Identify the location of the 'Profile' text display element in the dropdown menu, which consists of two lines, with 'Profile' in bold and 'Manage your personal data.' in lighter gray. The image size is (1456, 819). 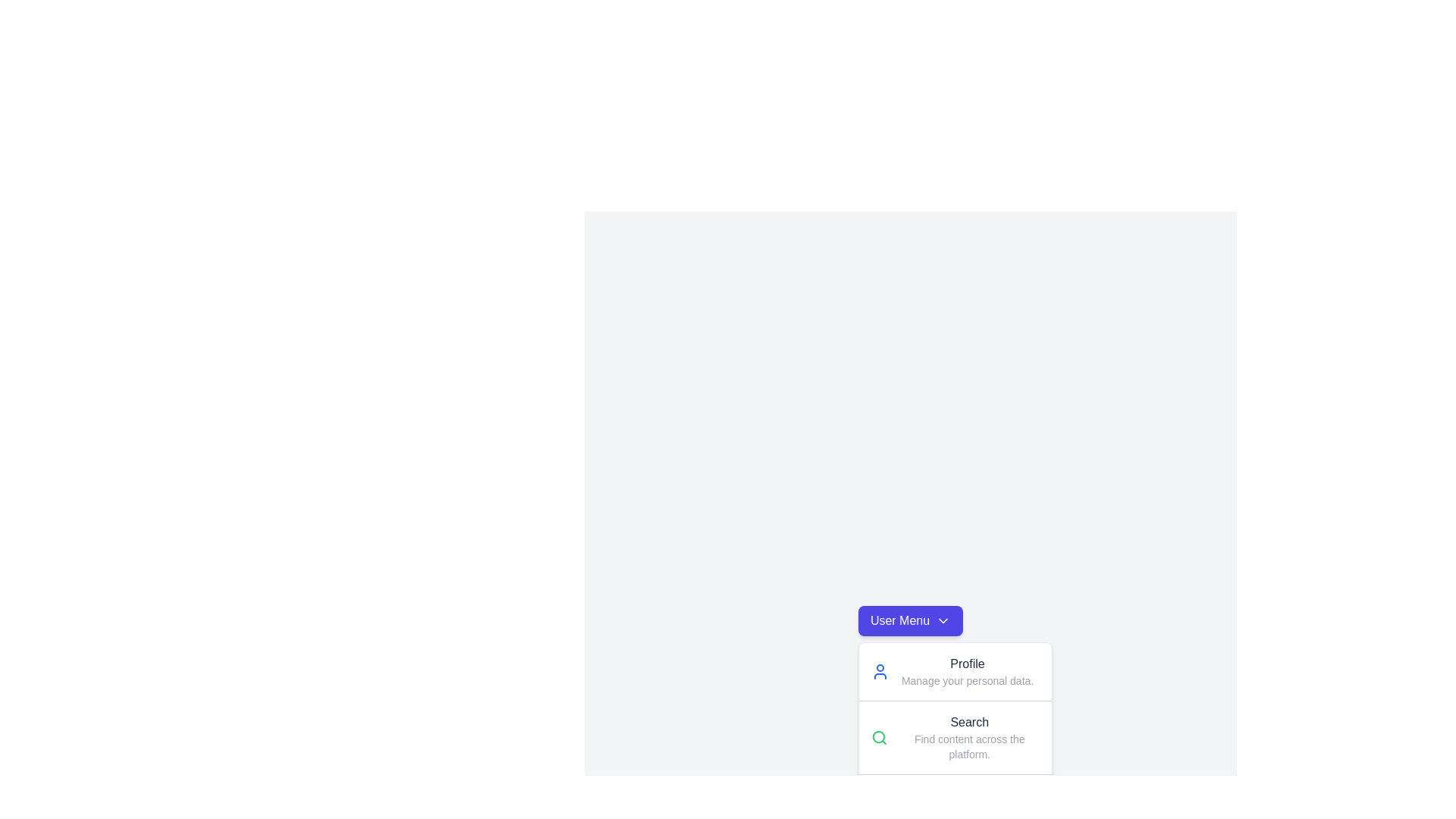
(967, 671).